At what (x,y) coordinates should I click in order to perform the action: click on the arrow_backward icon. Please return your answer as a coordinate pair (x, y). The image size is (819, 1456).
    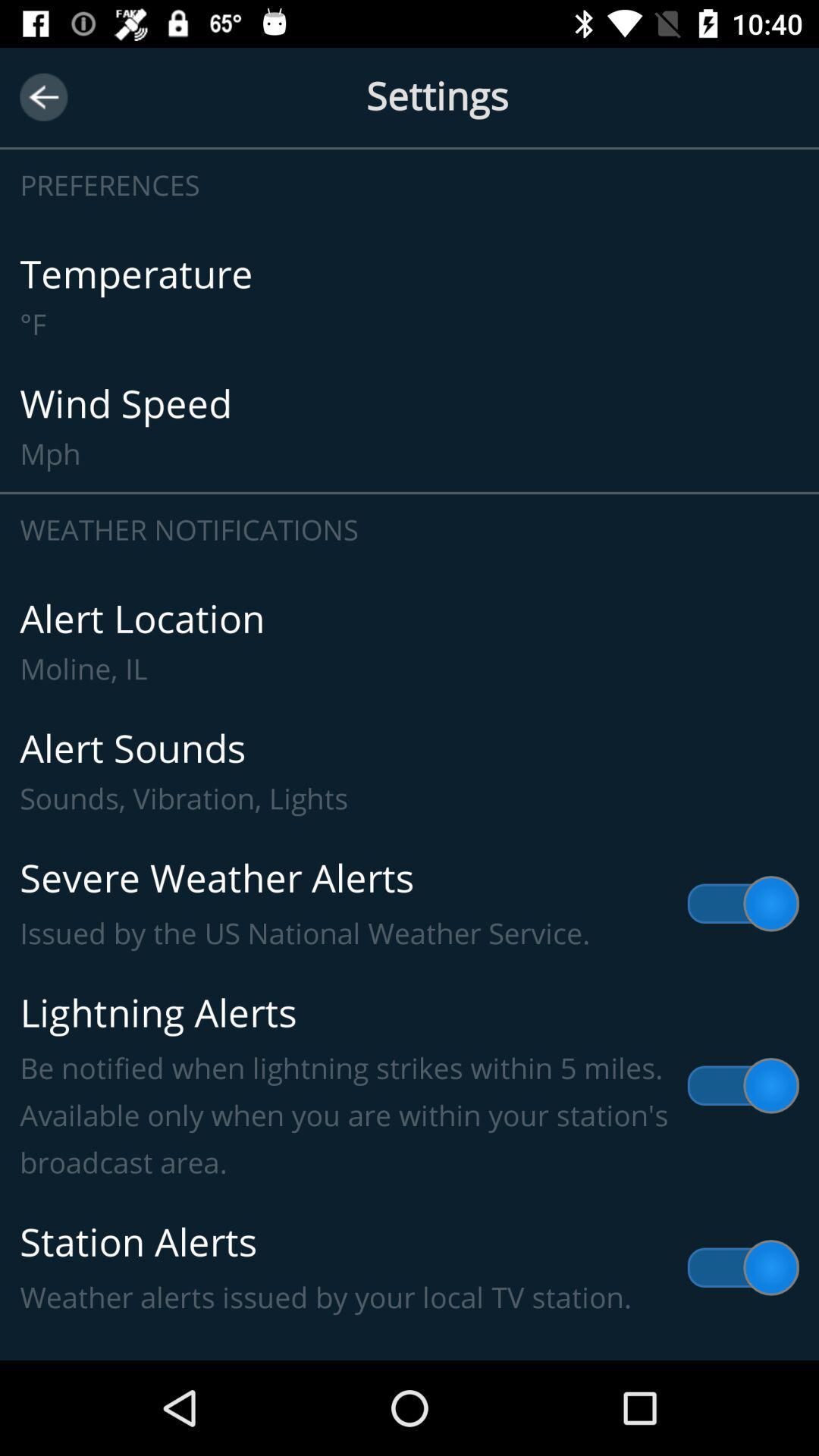
    Looking at the image, I should click on (42, 96).